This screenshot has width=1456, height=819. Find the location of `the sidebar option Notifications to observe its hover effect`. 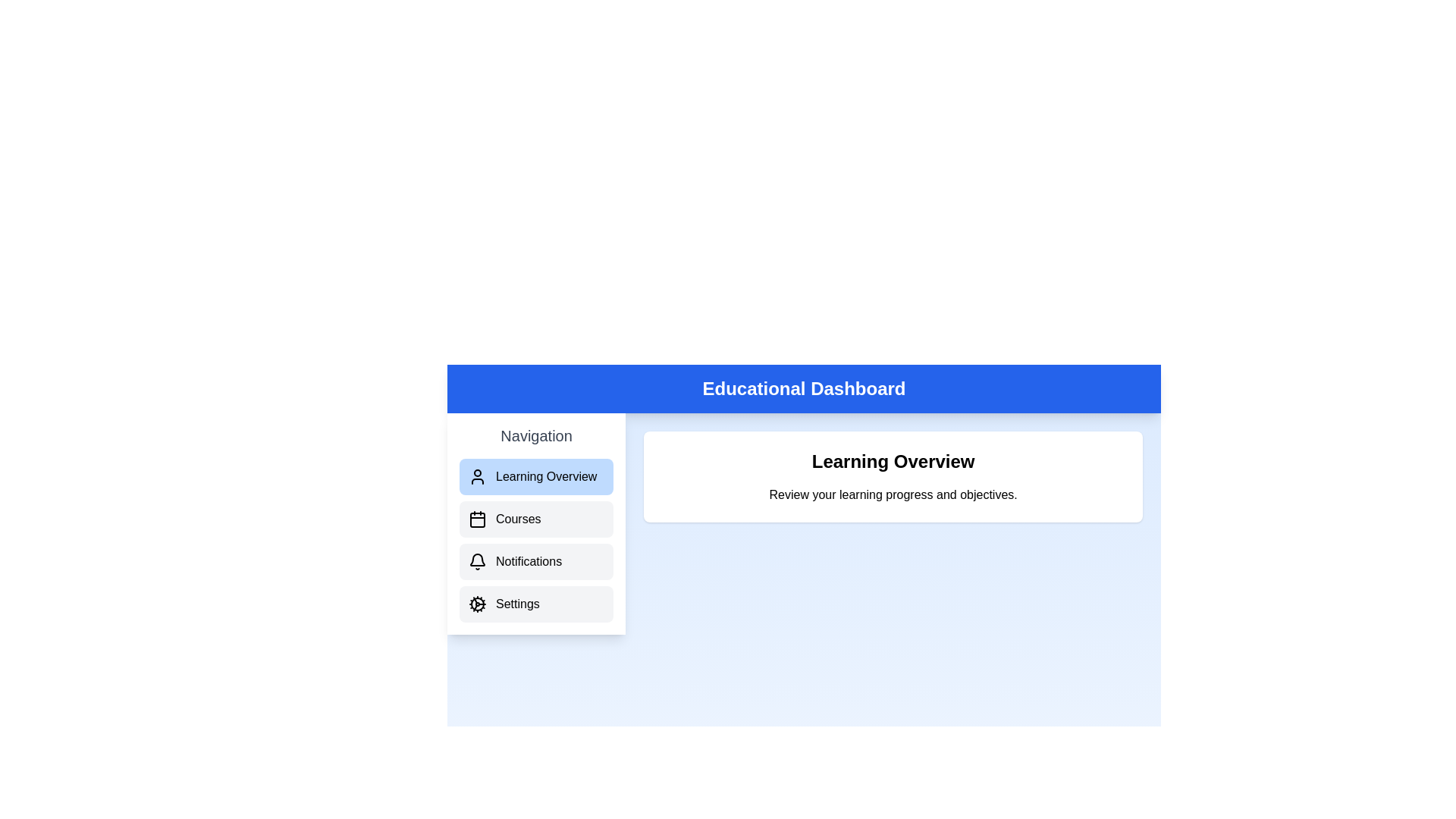

the sidebar option Notifications to observe its hover effect is located at coordinates (536, 561).